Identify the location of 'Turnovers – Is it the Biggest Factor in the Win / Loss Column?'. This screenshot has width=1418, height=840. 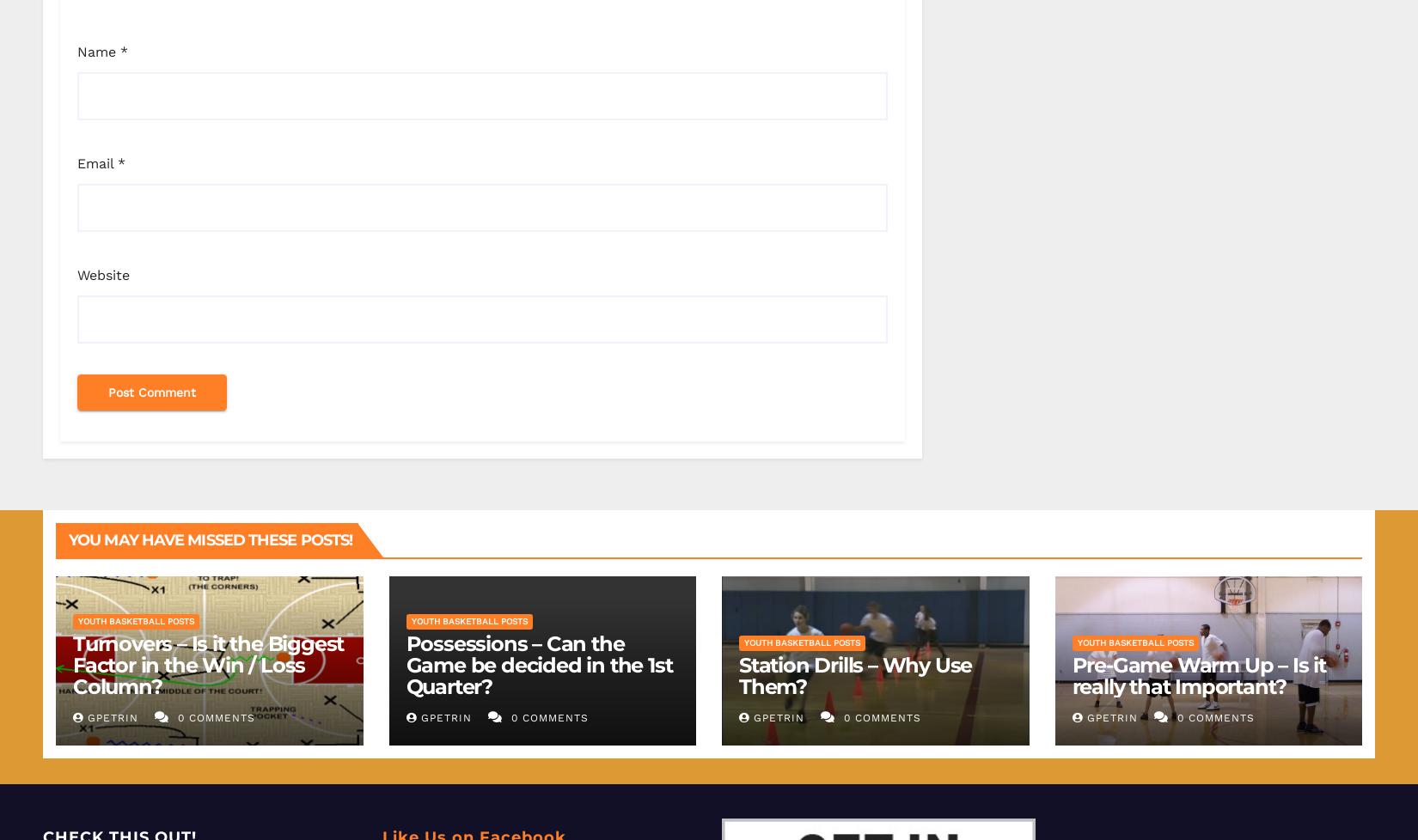
(208, 663).